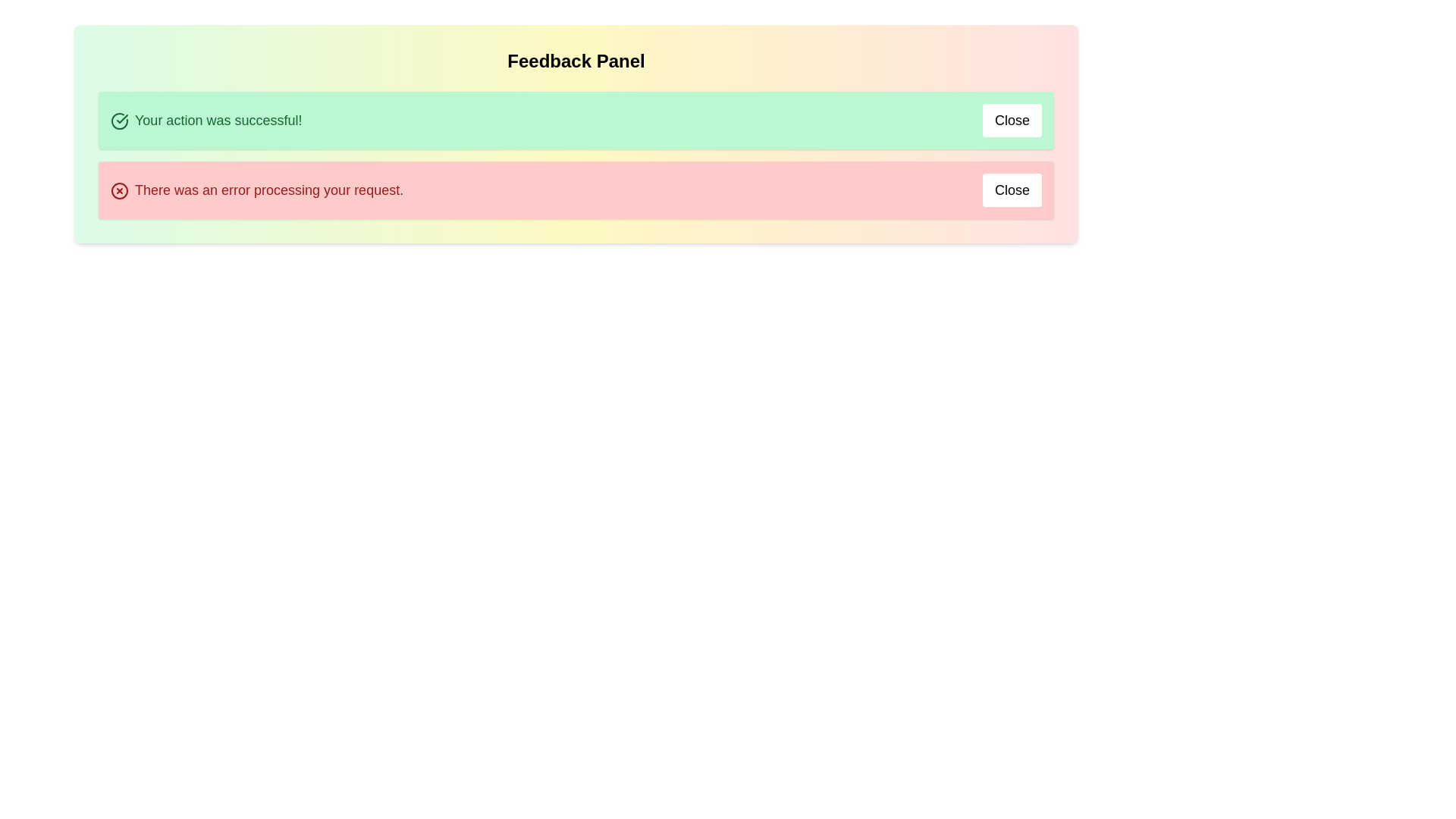 The height and width of the screenshot is (819, 1456). What do you see at coordinates (122, 118) in the screenshot?
I see `checkmark icon located in the top-right corner of the green notification panel, which serves as a confirmation mark for successful user actions` at bounding box center [122, 118].